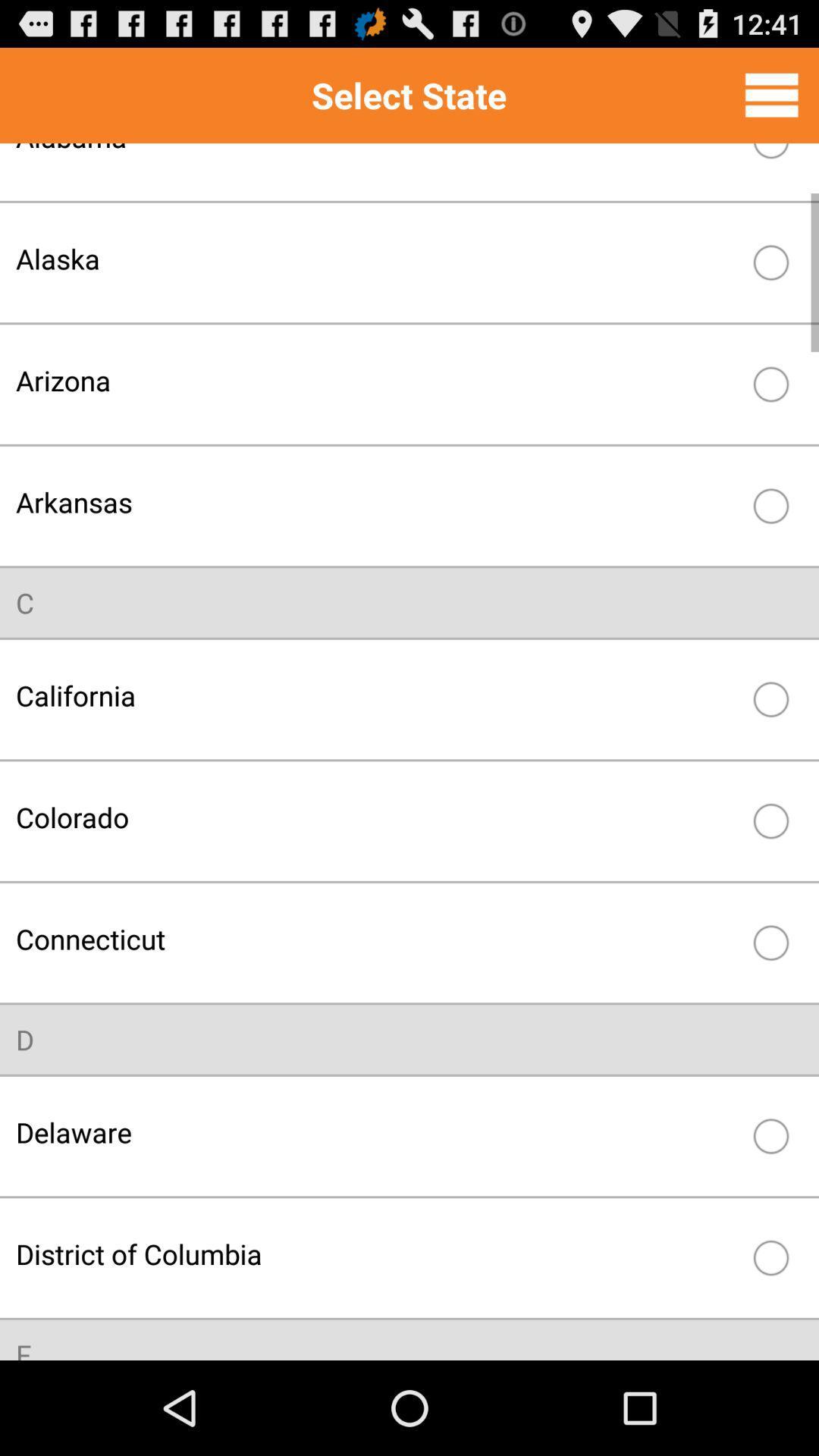 The image size is (819, 1456). What do you see at coordinates (376, 816) in the screenshot?
I see `the item above the connecticut` at bounding box center [376, 816].